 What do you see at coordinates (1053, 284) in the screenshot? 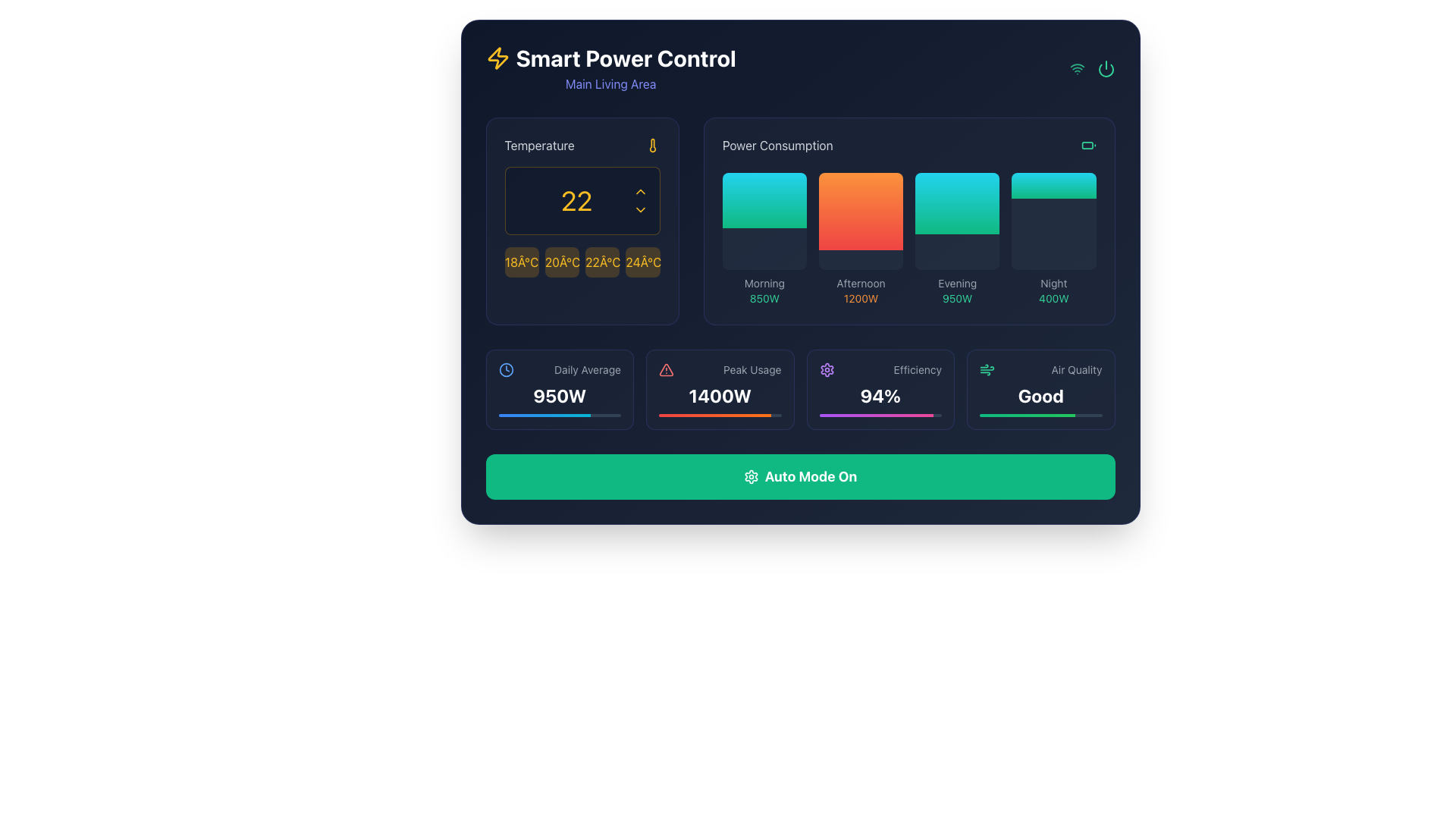
I see `the 'Night' text label that indicates the time period for power consumption, which is located above the '400W' text and below the graphical representation of consumption levels in the far-right column of the grid` at bounding box center [1053, 284].